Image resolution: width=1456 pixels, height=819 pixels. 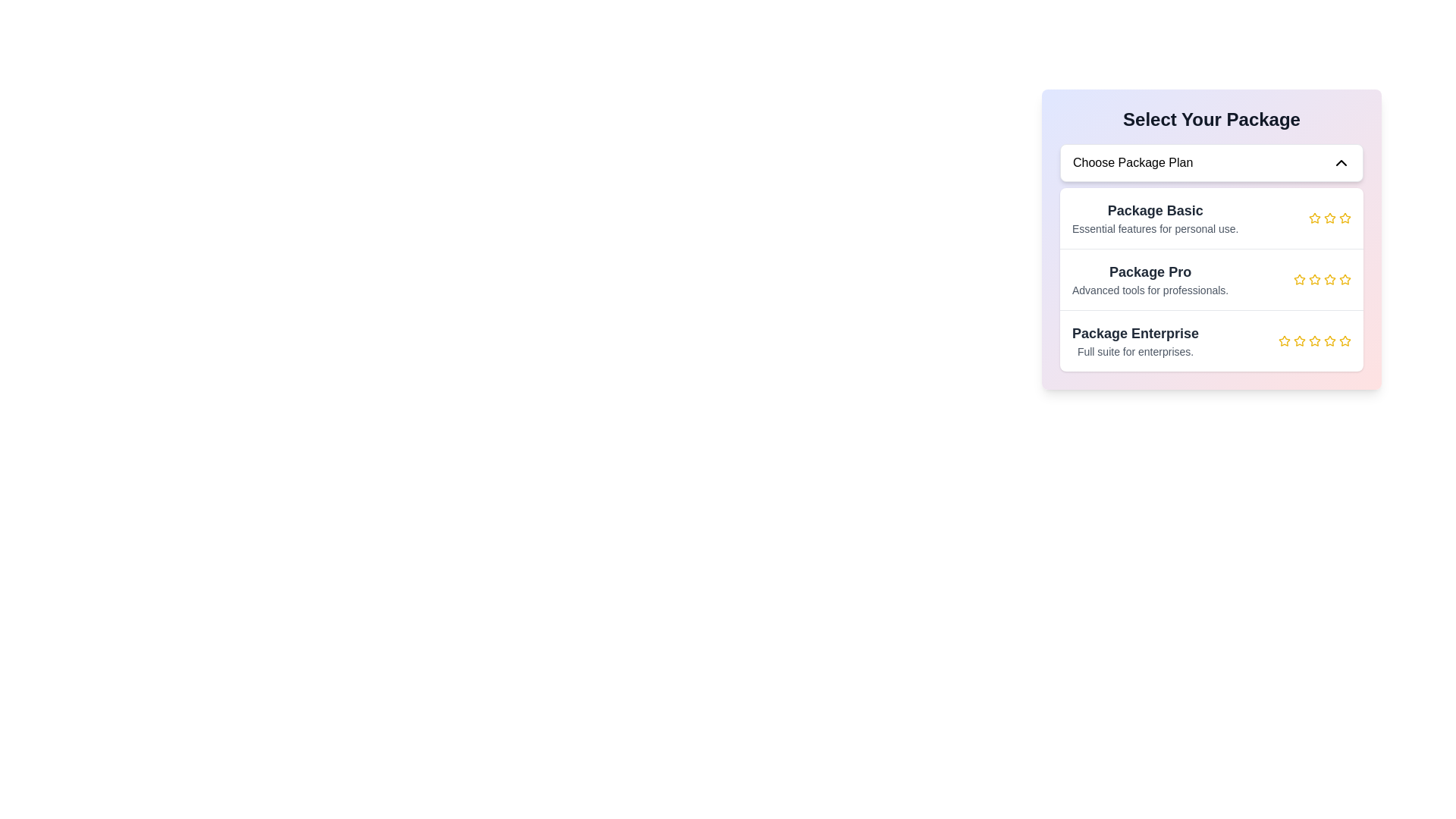 What do you see at coordinates (1345, 279) in the screenshot?
I see `the fourth yellow hollow star icon in the third row under the 'Package Pro' section to rate it` at bounding box center [1345, 279].